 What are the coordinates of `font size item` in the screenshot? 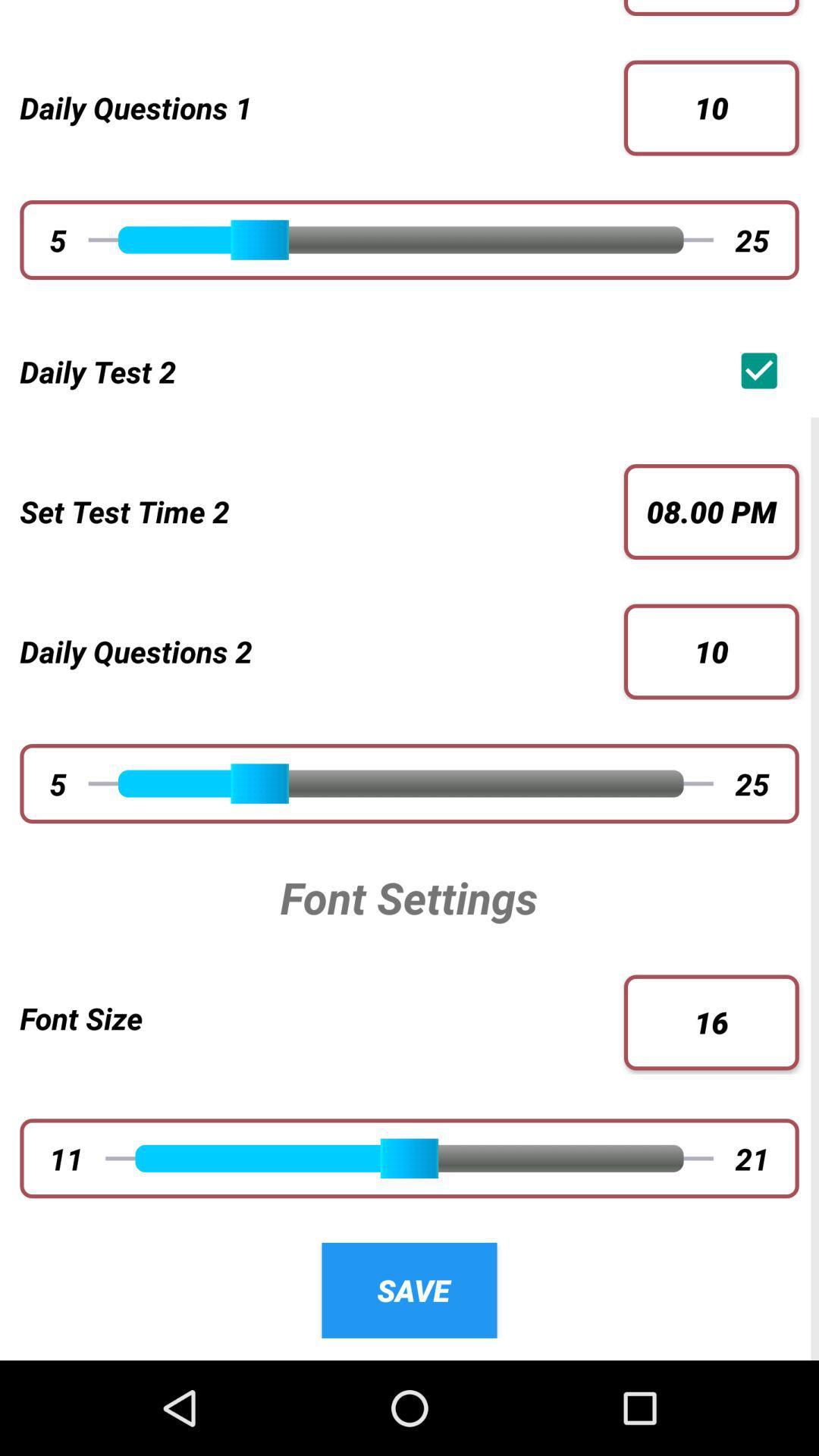 It's located at (321, 1018).